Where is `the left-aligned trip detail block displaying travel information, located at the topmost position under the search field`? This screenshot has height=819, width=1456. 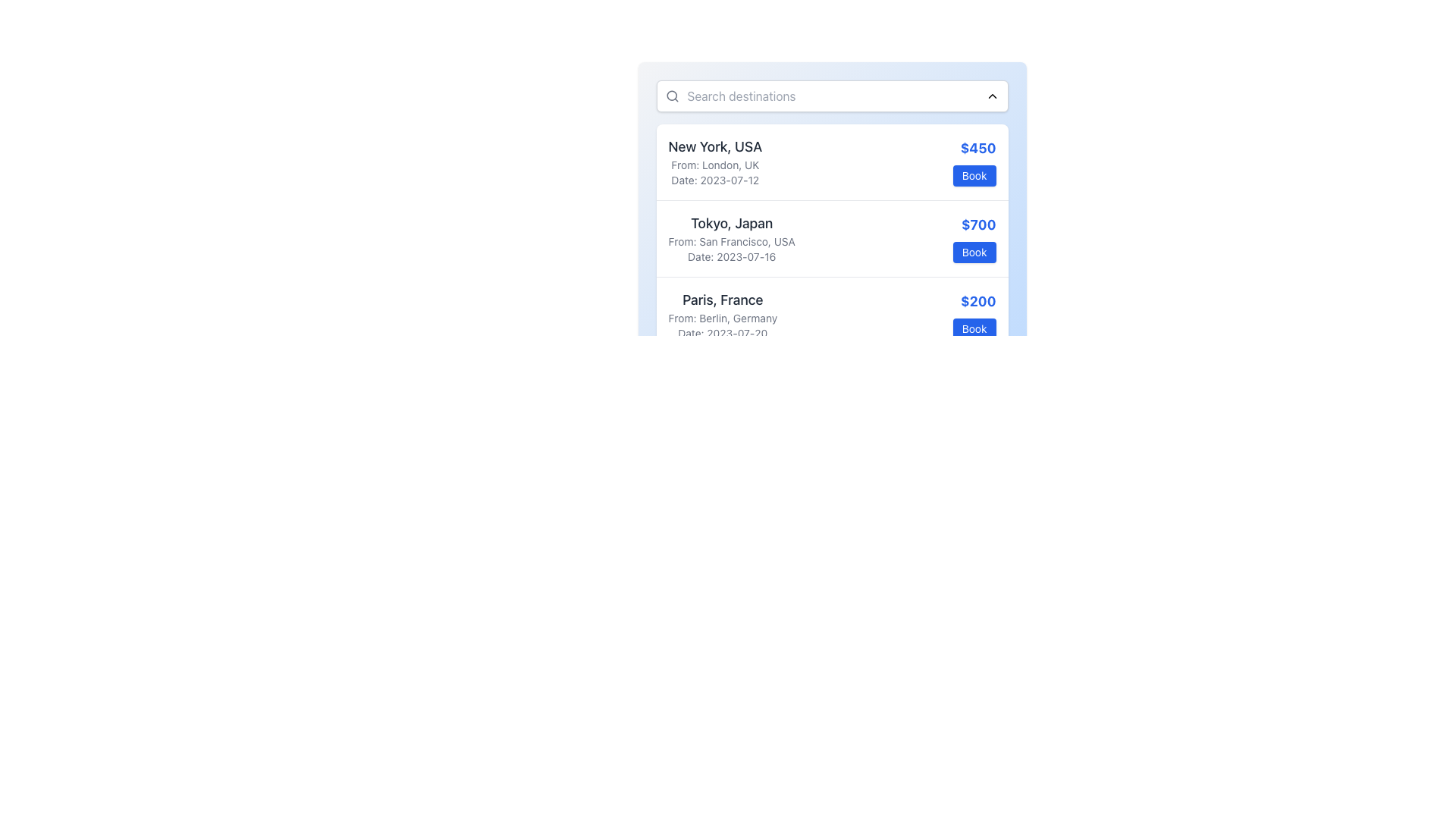 the left-aligned trip detail block displaying travel information, located at the topmost position under the search field is located at coordinates (714, 162).